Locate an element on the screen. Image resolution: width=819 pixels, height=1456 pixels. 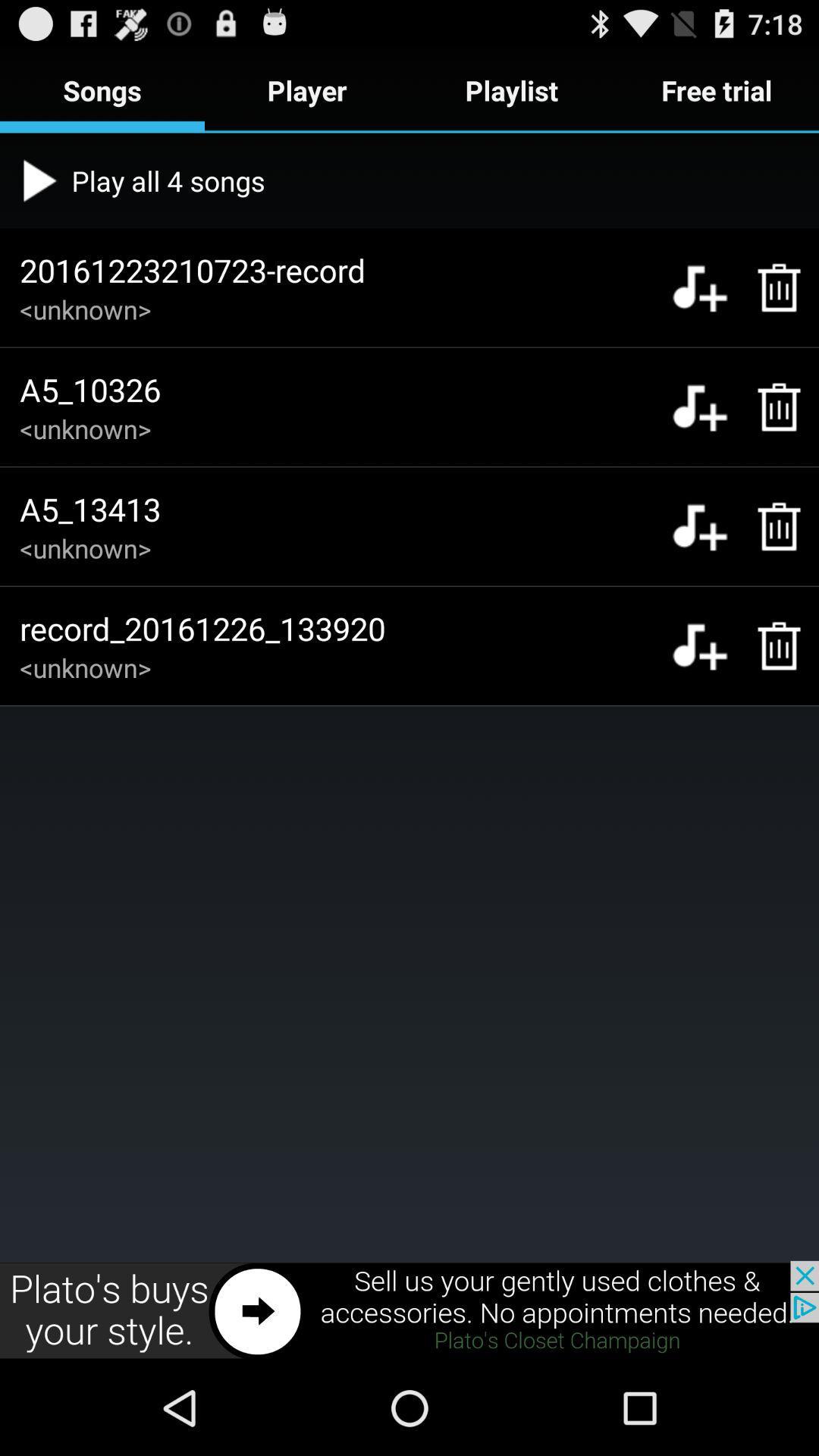
set the ringtone is located at coordinates (699, 645).